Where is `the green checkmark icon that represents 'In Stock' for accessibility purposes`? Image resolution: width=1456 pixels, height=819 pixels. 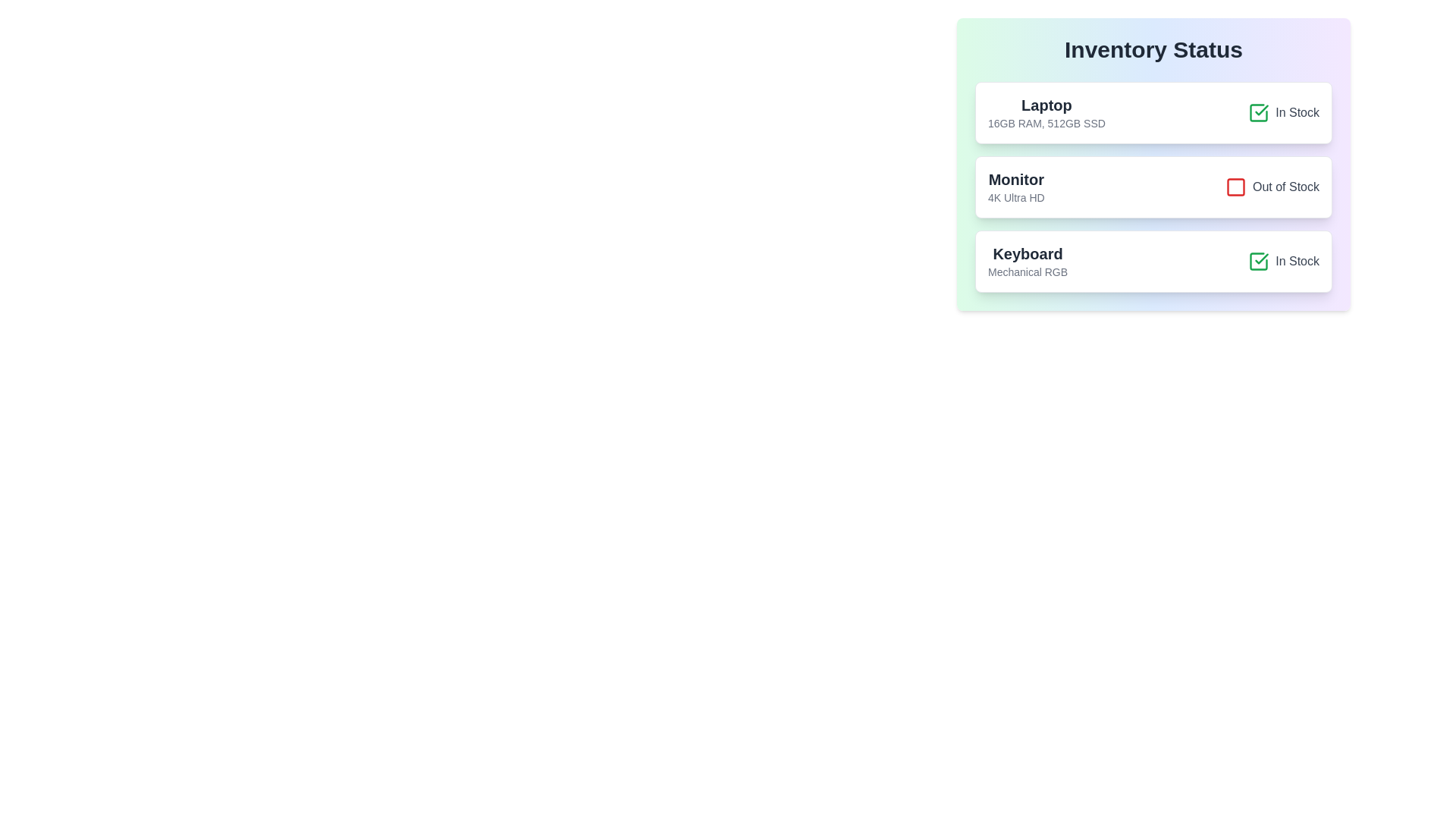 the green checkmark icon that represents 'In Stock' for accessibility purposes is located at coordinates (1259, 260).